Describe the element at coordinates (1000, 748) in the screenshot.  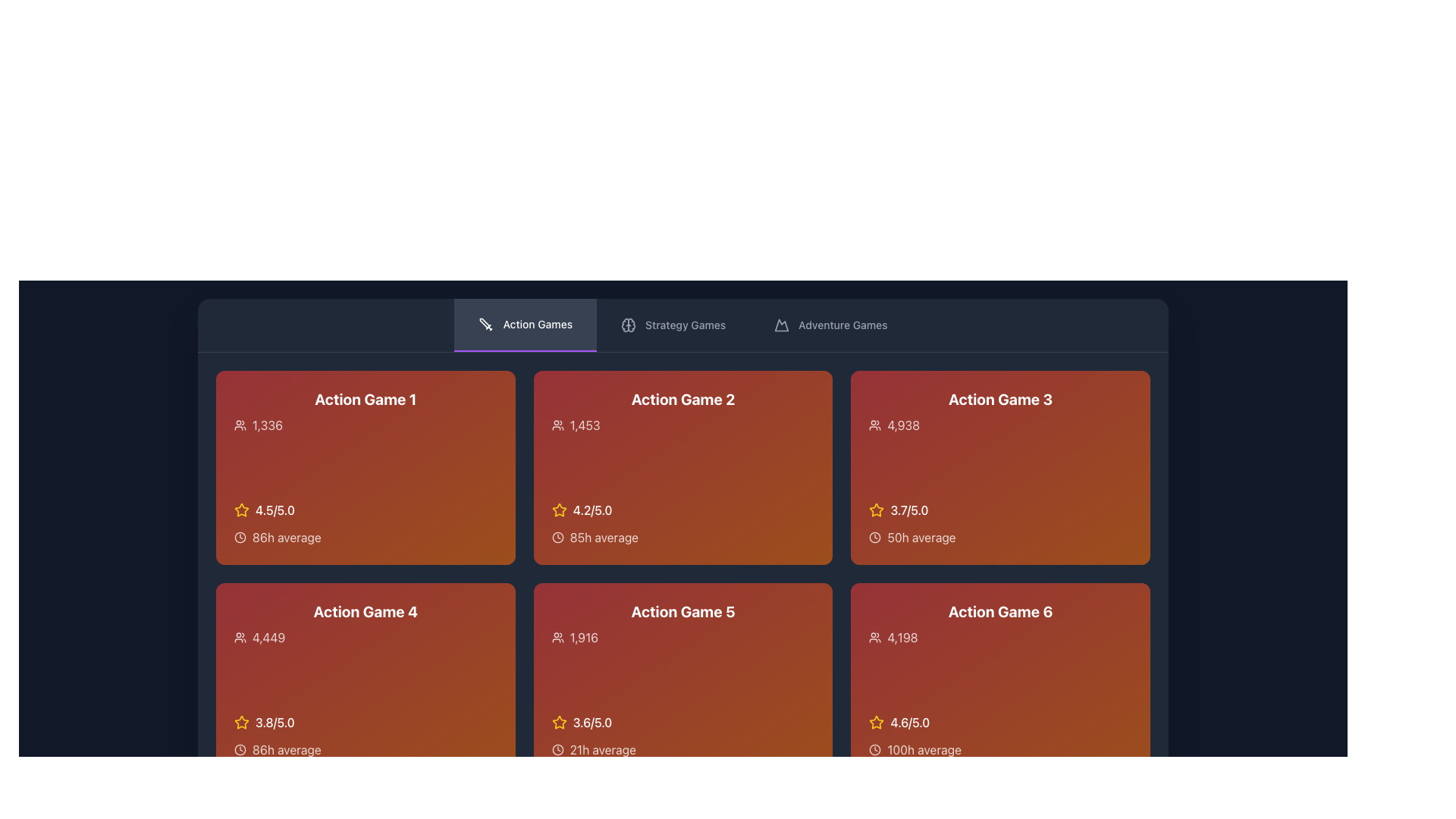
I see `displayed average time spent information located at the bottom of the 'Action Game 6' card underneath the rating information` at that location.